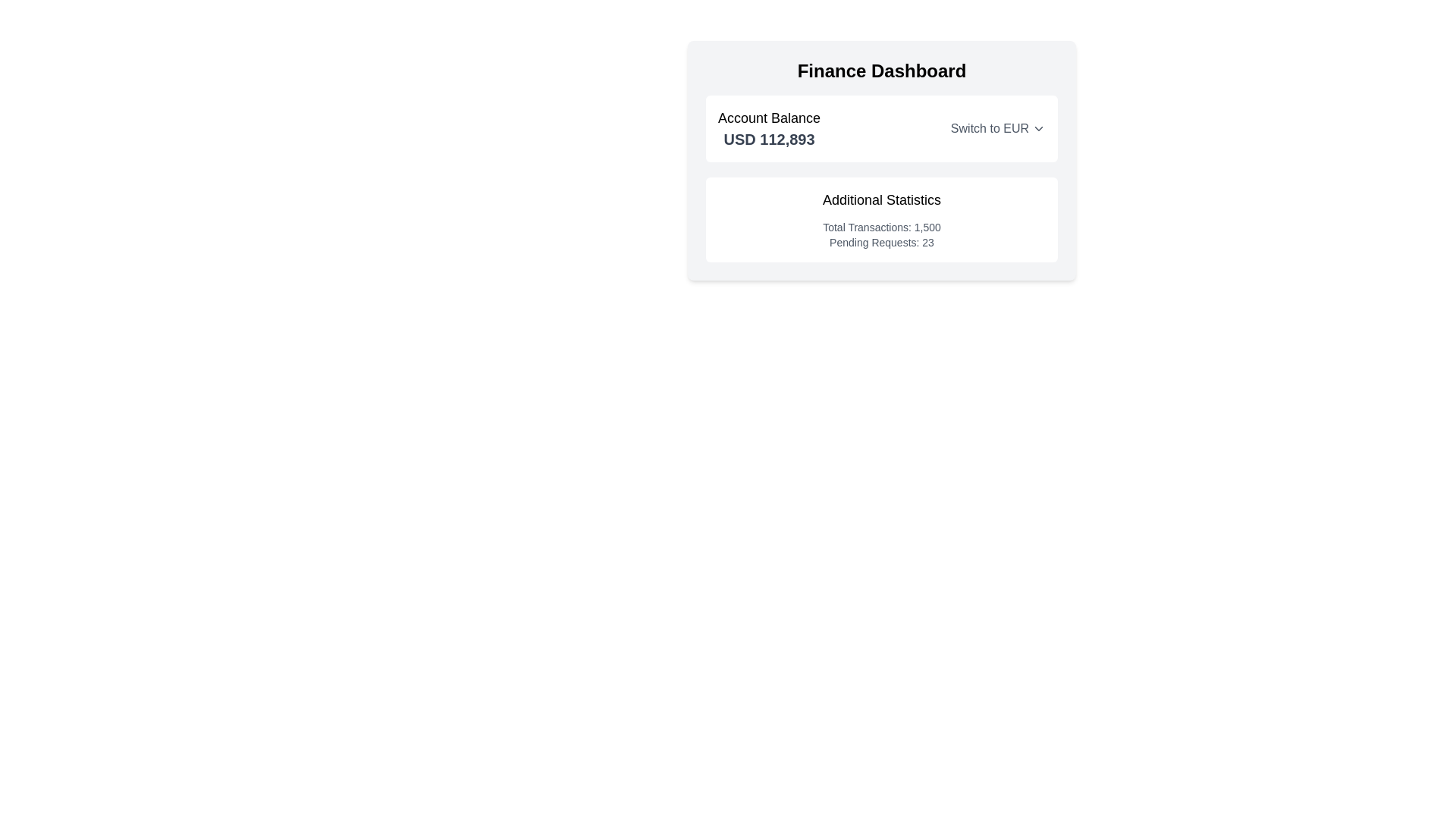 The height and width of the screenshot is (819, 1456). I want to click on account balance displayed in the Text Display element located in the Finance Dashboard, positioned left of the 'Switch to EUR' switch, so click(769, 127).